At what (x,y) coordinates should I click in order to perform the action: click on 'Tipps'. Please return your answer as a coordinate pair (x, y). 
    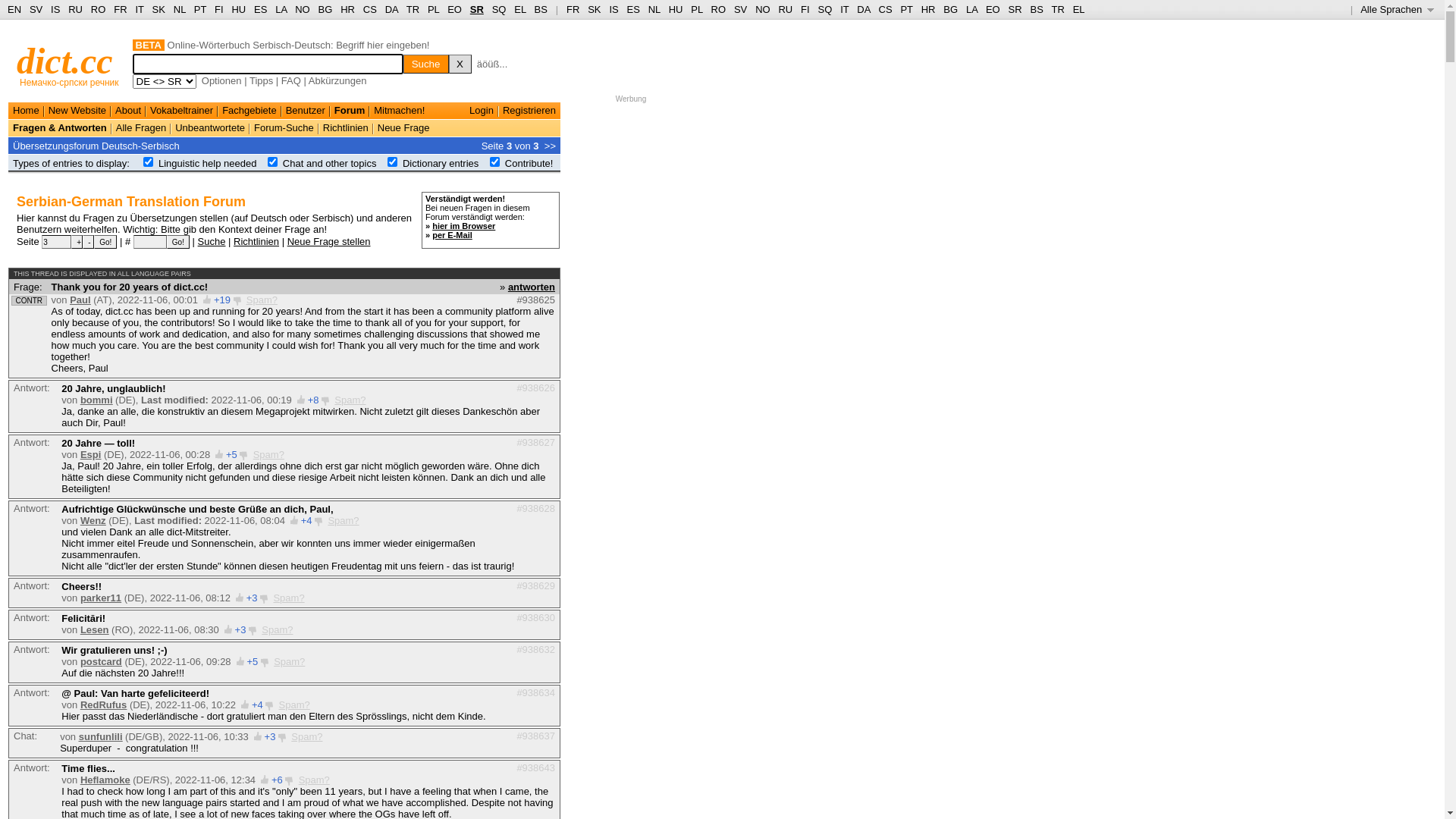
    Looking at the image, I should click on (261, 80).